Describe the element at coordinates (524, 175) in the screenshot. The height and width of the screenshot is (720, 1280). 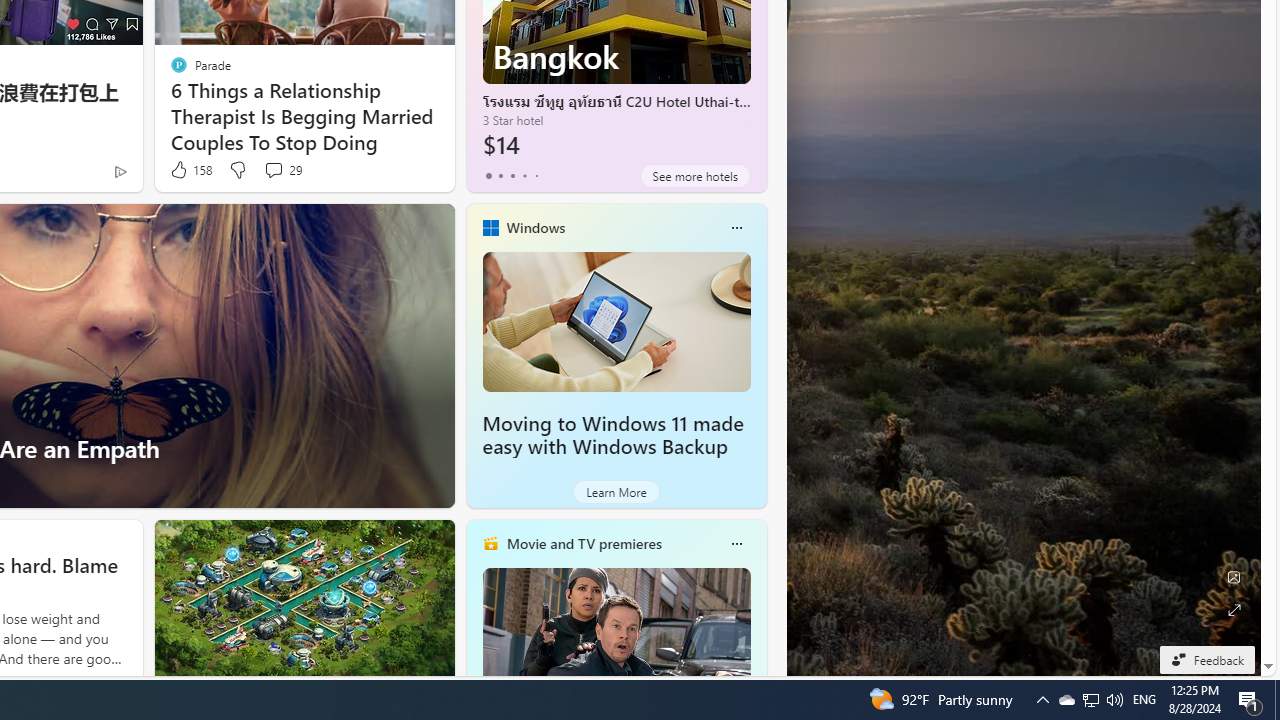
I see `'tab-3'` at that location.